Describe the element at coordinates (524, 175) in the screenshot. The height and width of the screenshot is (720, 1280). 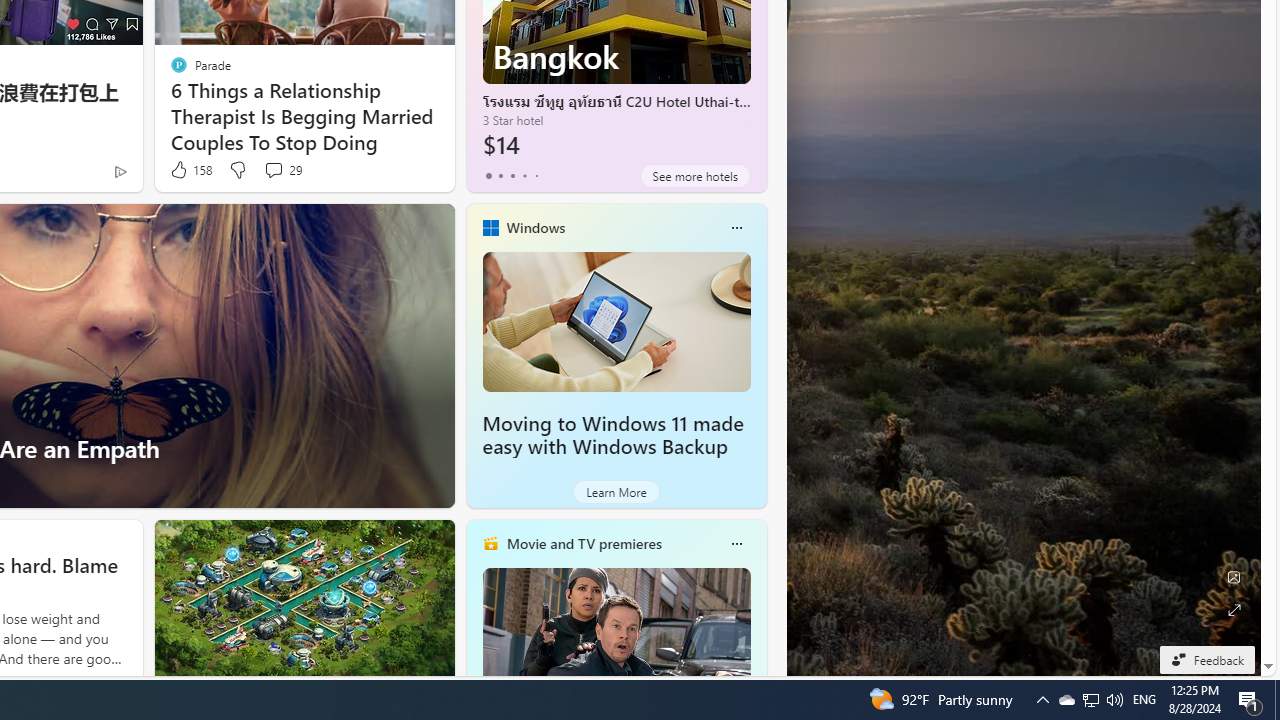
I see `'tab-3'` at that location.